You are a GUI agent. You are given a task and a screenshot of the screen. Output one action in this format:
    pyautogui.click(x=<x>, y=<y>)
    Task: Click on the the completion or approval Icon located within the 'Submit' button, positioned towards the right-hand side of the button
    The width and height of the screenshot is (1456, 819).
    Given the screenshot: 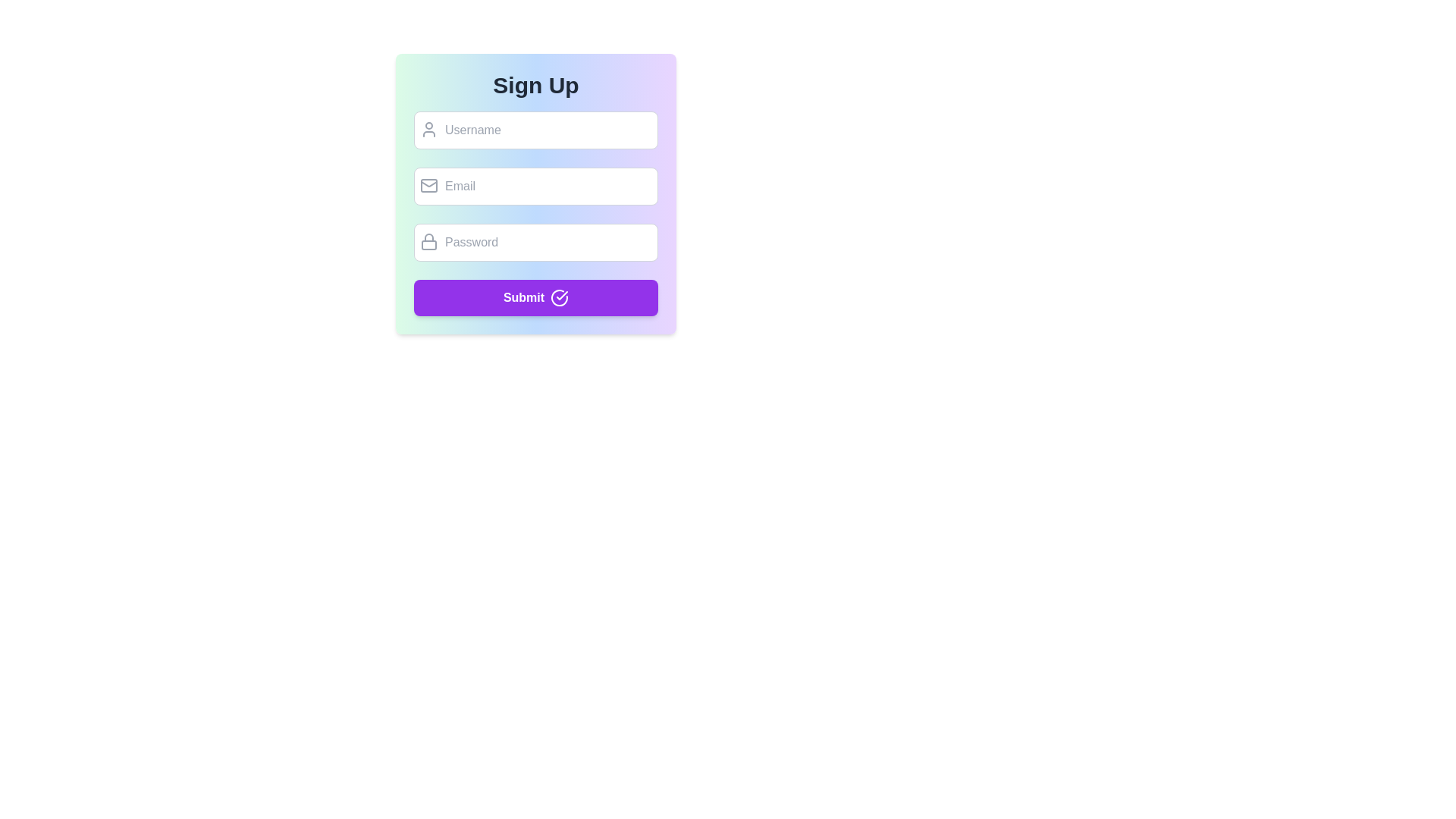 What is the action you would take?
    pyautogui.click(x=561, y=295)
    